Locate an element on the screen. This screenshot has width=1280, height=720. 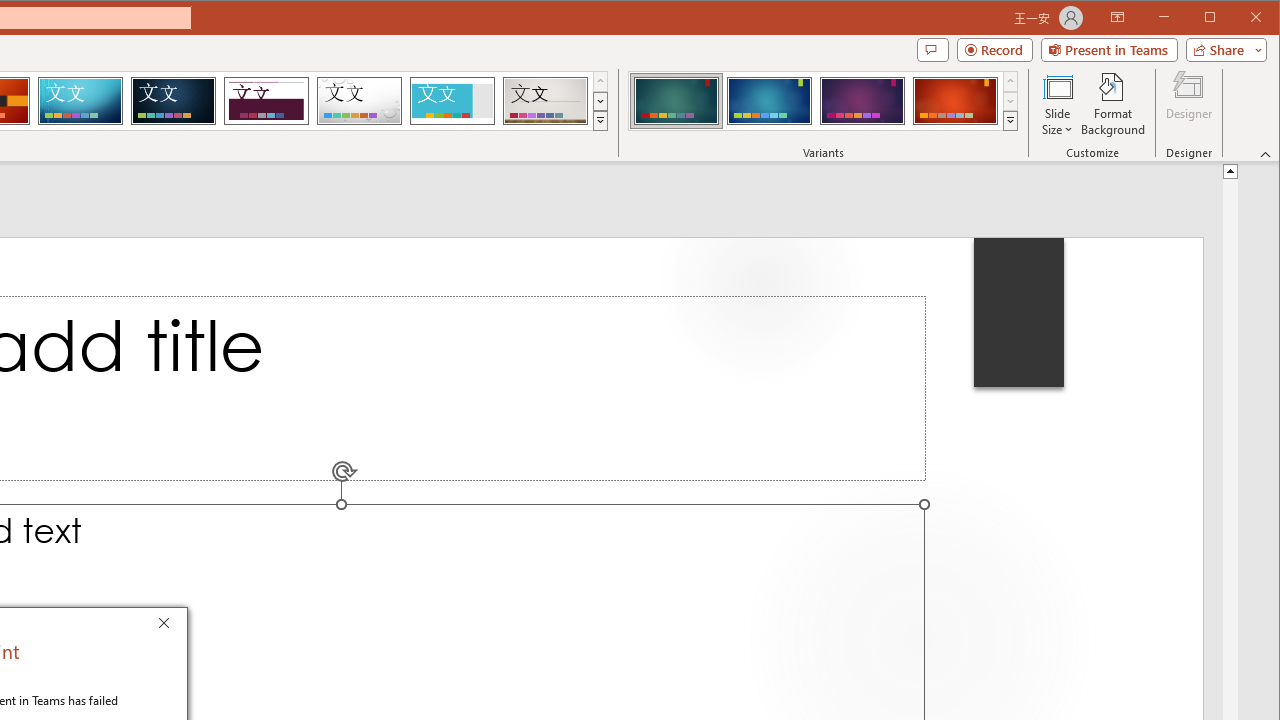
'AutomationID: ThemeVariantsGallery' is located at coordinates (824, 101).